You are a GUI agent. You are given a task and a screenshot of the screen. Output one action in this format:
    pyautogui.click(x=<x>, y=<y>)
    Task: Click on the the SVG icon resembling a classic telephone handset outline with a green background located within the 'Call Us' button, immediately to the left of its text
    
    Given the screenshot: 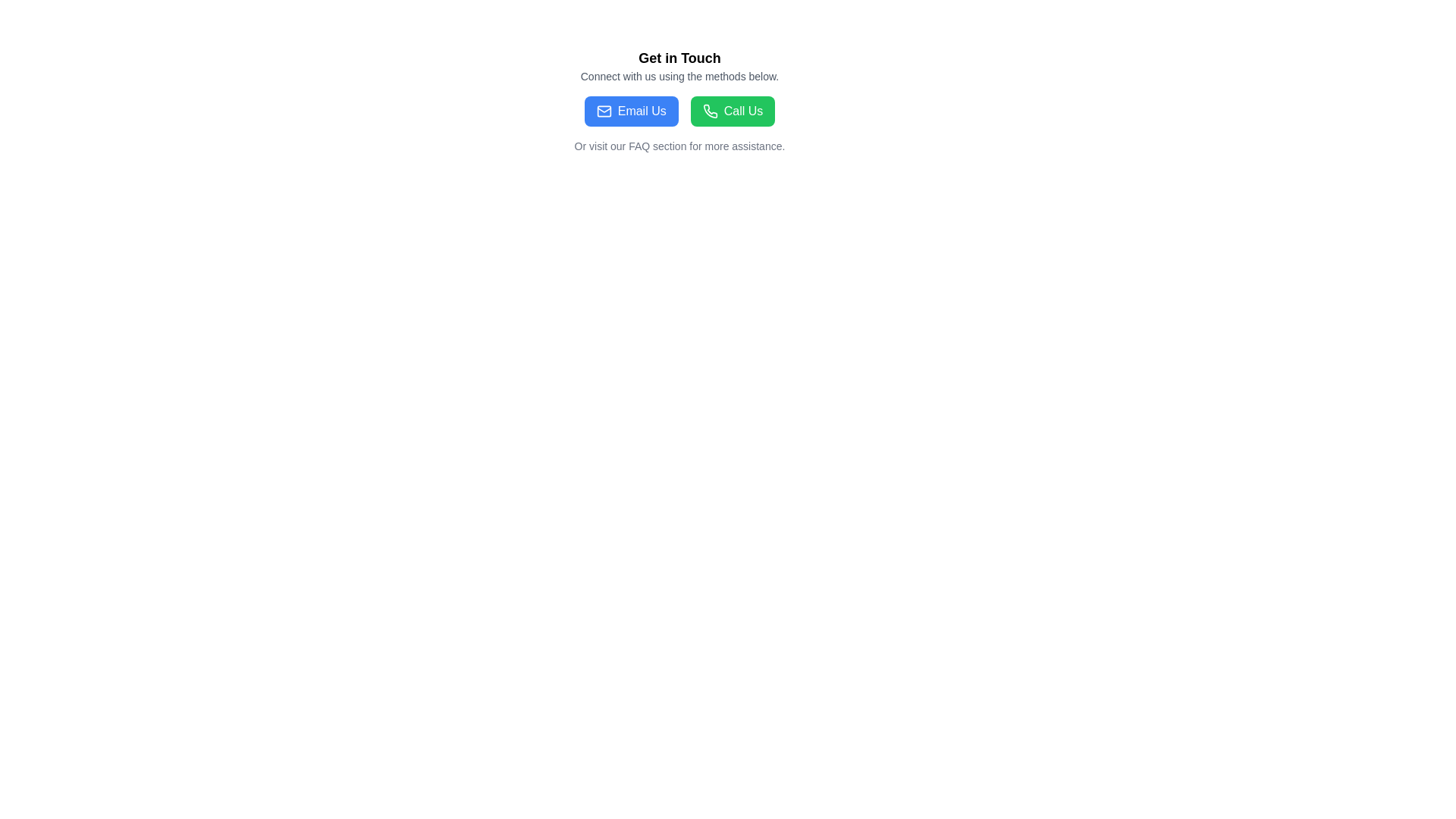 What is the action you would take?
    pyautogui.click(x=709, y=110)
    